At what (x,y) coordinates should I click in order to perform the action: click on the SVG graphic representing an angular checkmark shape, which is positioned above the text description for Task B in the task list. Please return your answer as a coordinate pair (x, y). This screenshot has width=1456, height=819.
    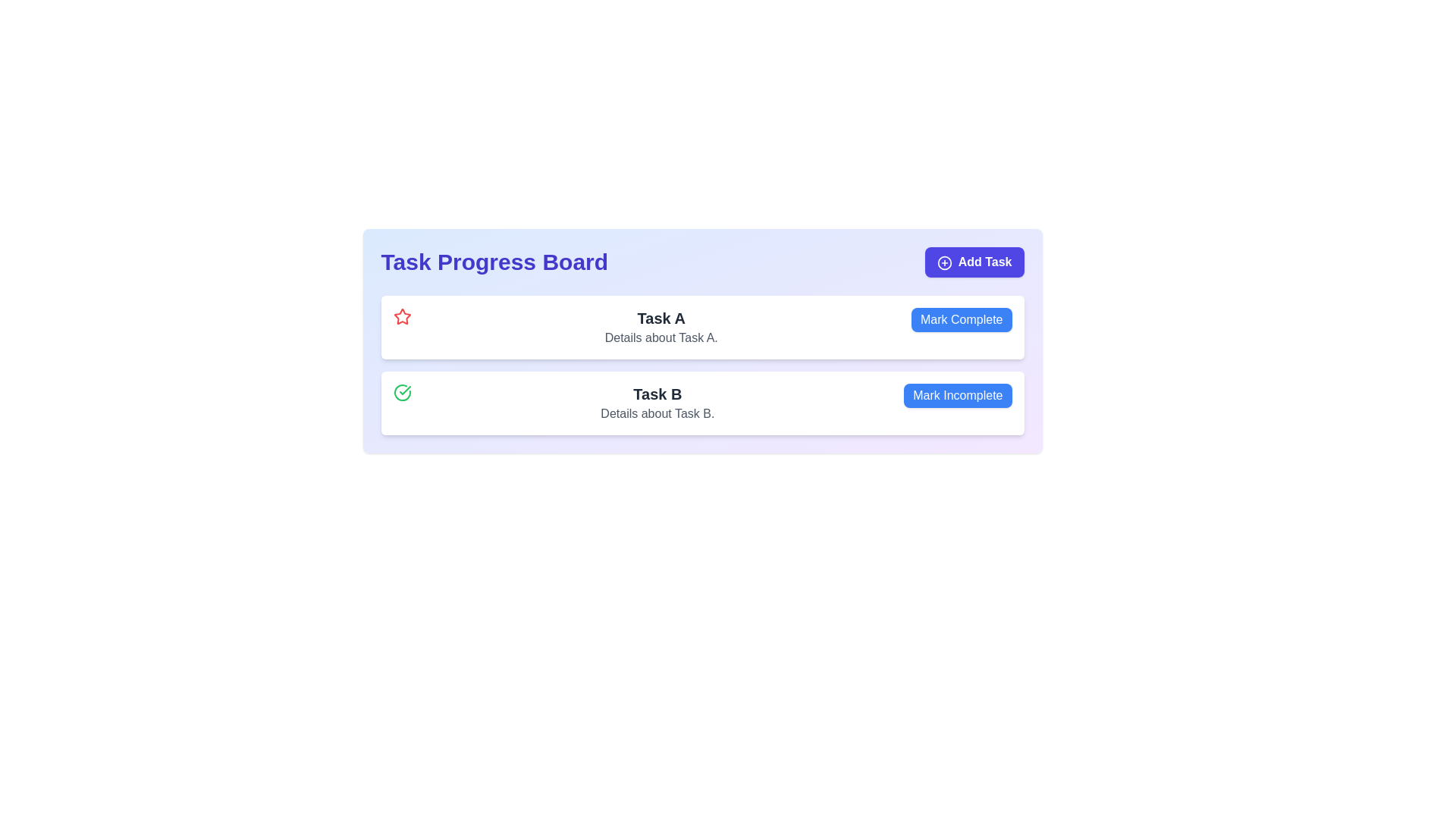
    Looking at the image, I should click on (404, 390).